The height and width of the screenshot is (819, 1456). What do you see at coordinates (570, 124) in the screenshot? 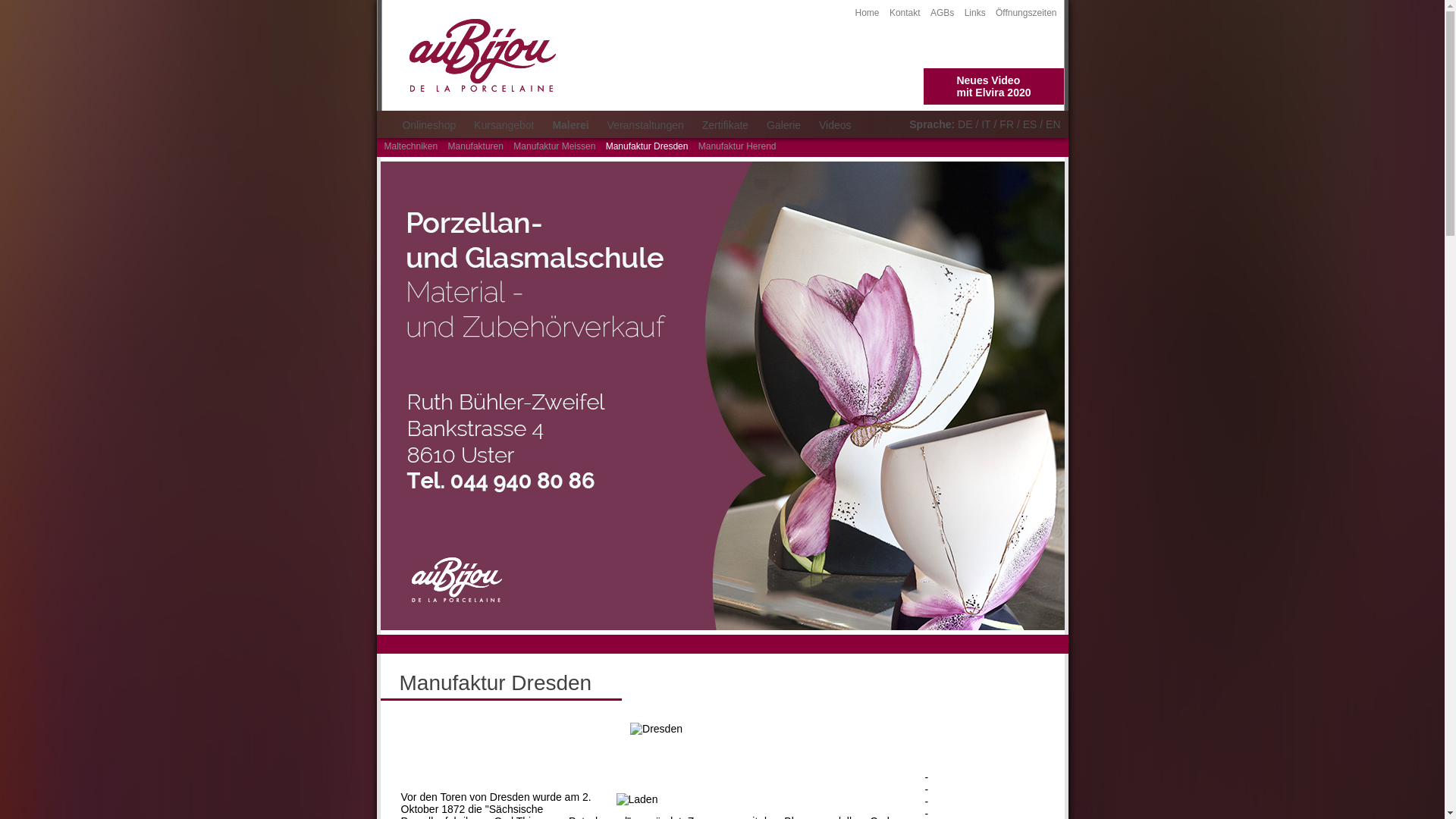
I see `'Malerei'` at bounding box center [570, 124].